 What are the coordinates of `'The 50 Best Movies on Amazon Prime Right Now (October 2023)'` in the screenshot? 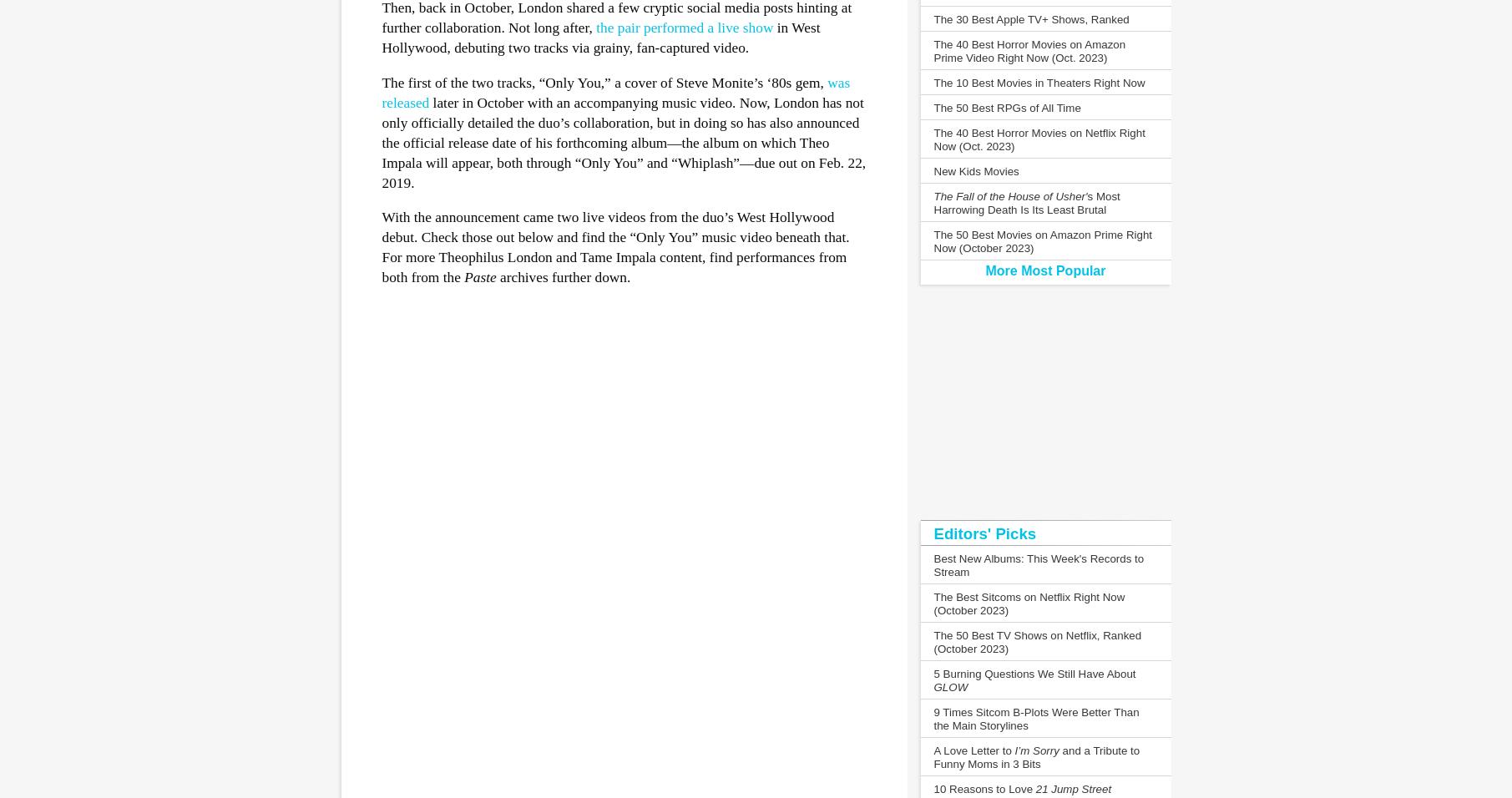 It's located at (1043, 240).